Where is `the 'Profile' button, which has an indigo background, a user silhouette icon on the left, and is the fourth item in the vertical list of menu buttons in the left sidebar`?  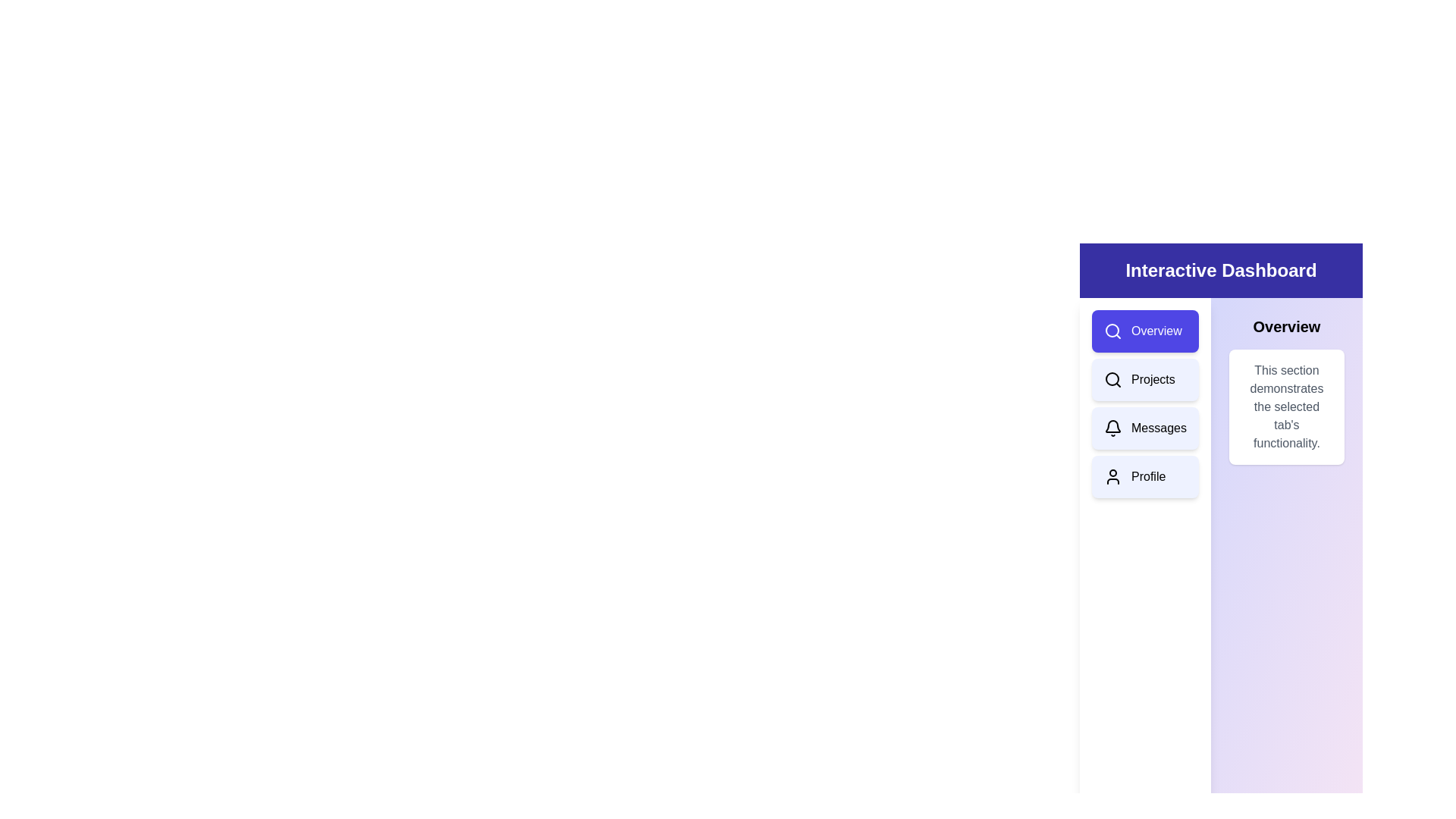
the 'Profile' button, which has an indigo background, a user silhouette icon on the left, and is the fourth item in the vertical list of menu buttons in the left sidebar is located at coordinates (1145, 475).